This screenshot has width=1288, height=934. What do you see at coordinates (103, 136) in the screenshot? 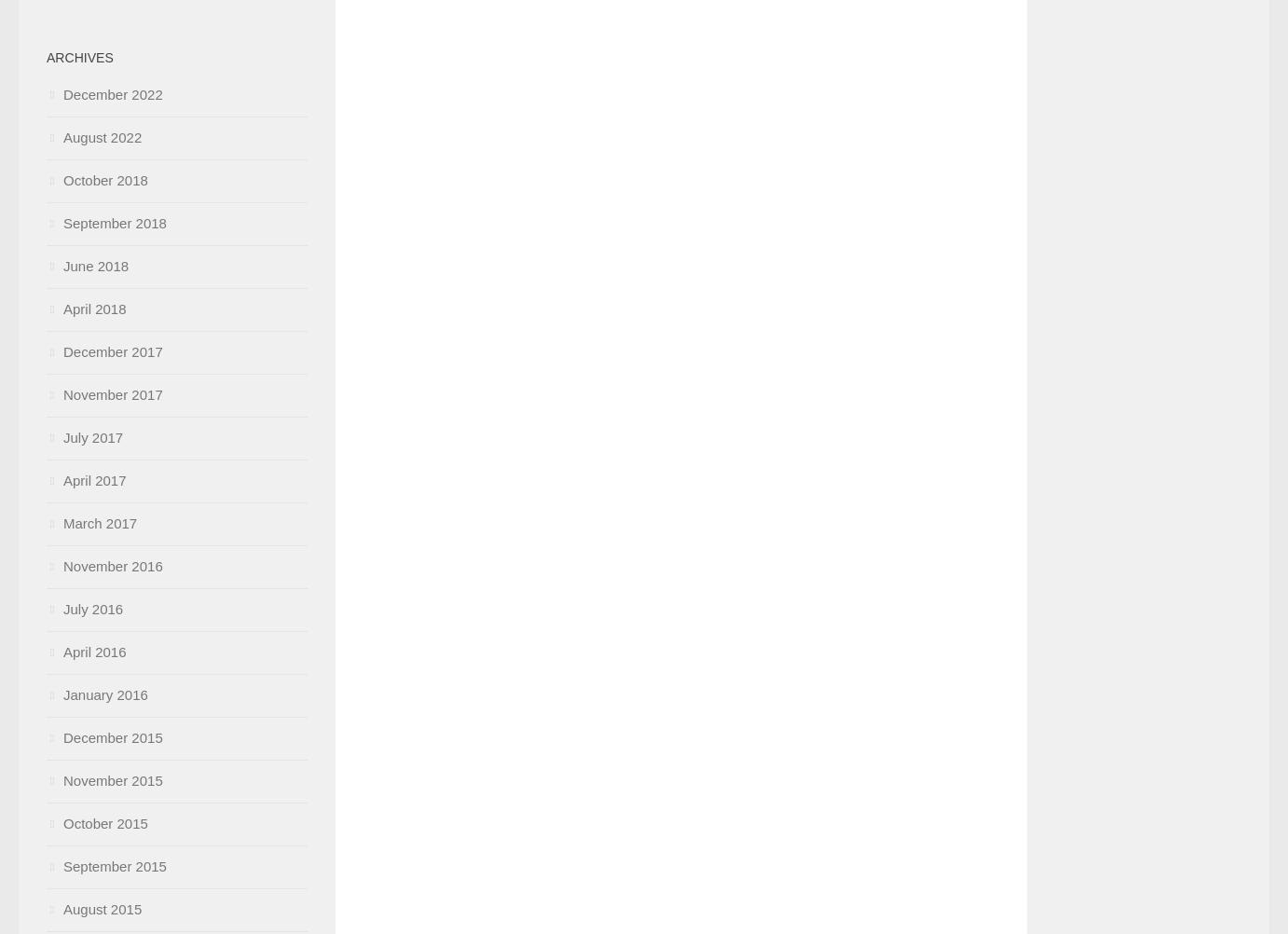
I see `'August 2022'` at bounding box center [103, 136].